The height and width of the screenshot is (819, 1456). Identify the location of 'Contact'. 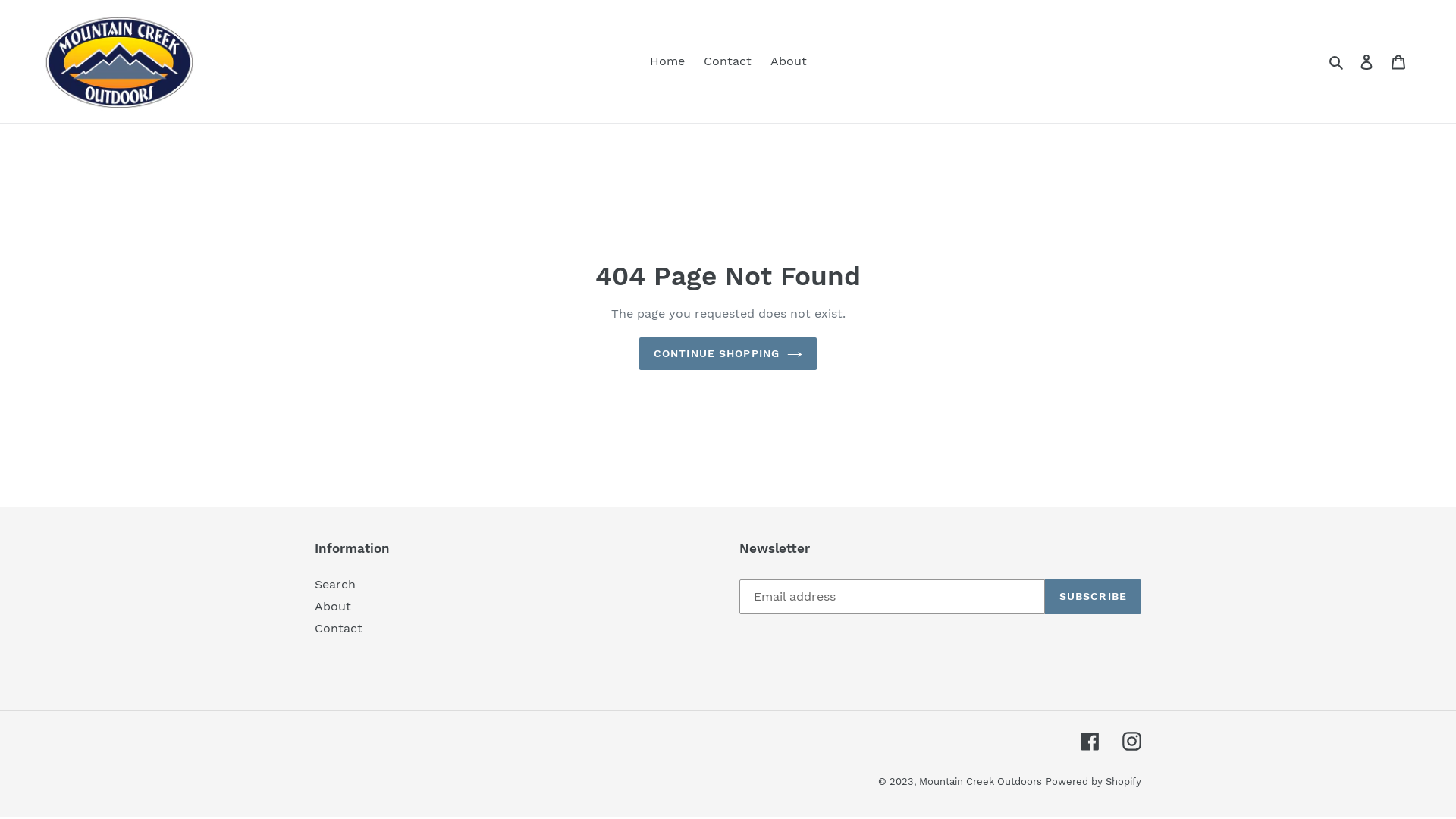
(726, 61).